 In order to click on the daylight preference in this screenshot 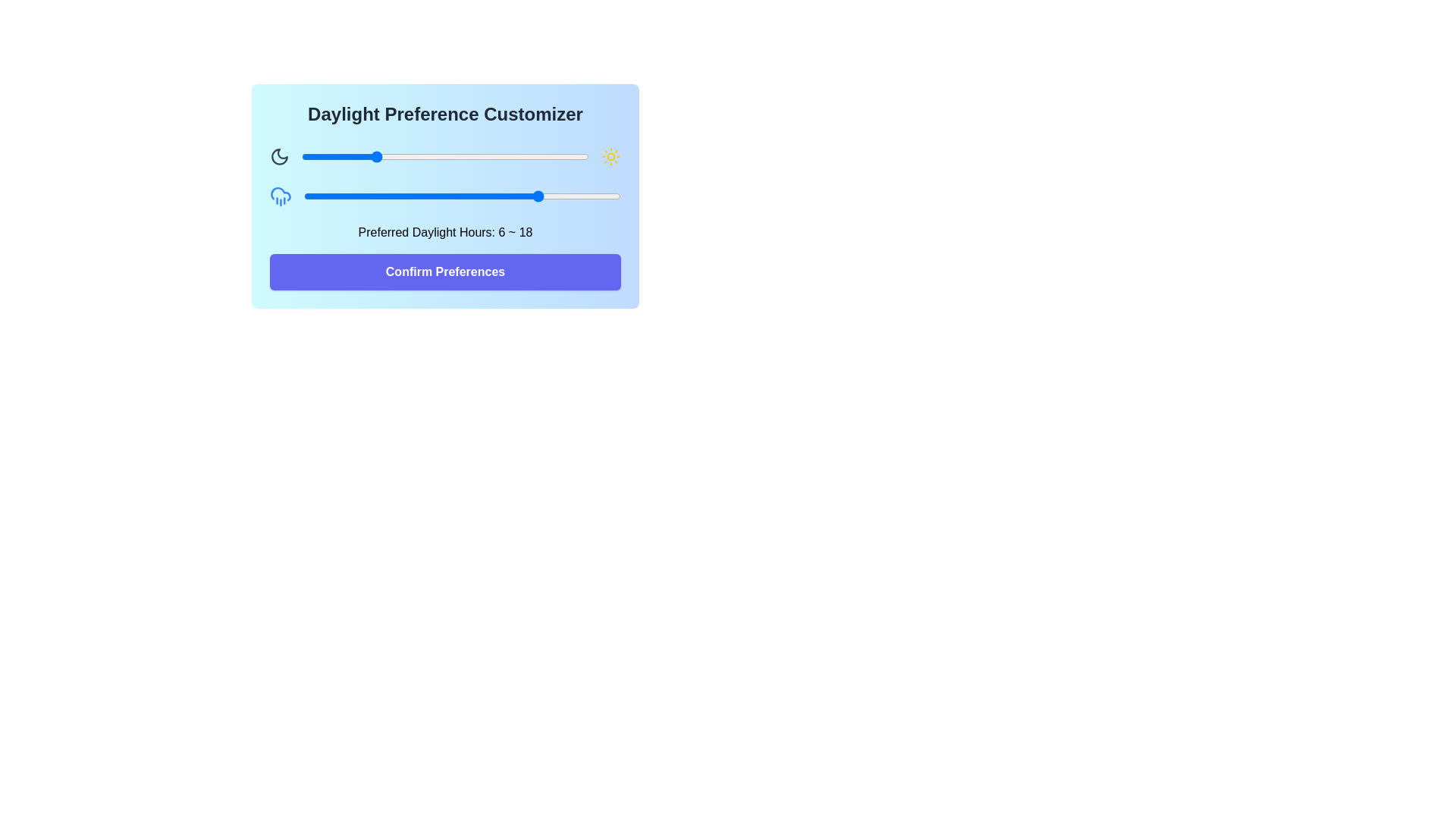, I will do `click(302, 157)`.